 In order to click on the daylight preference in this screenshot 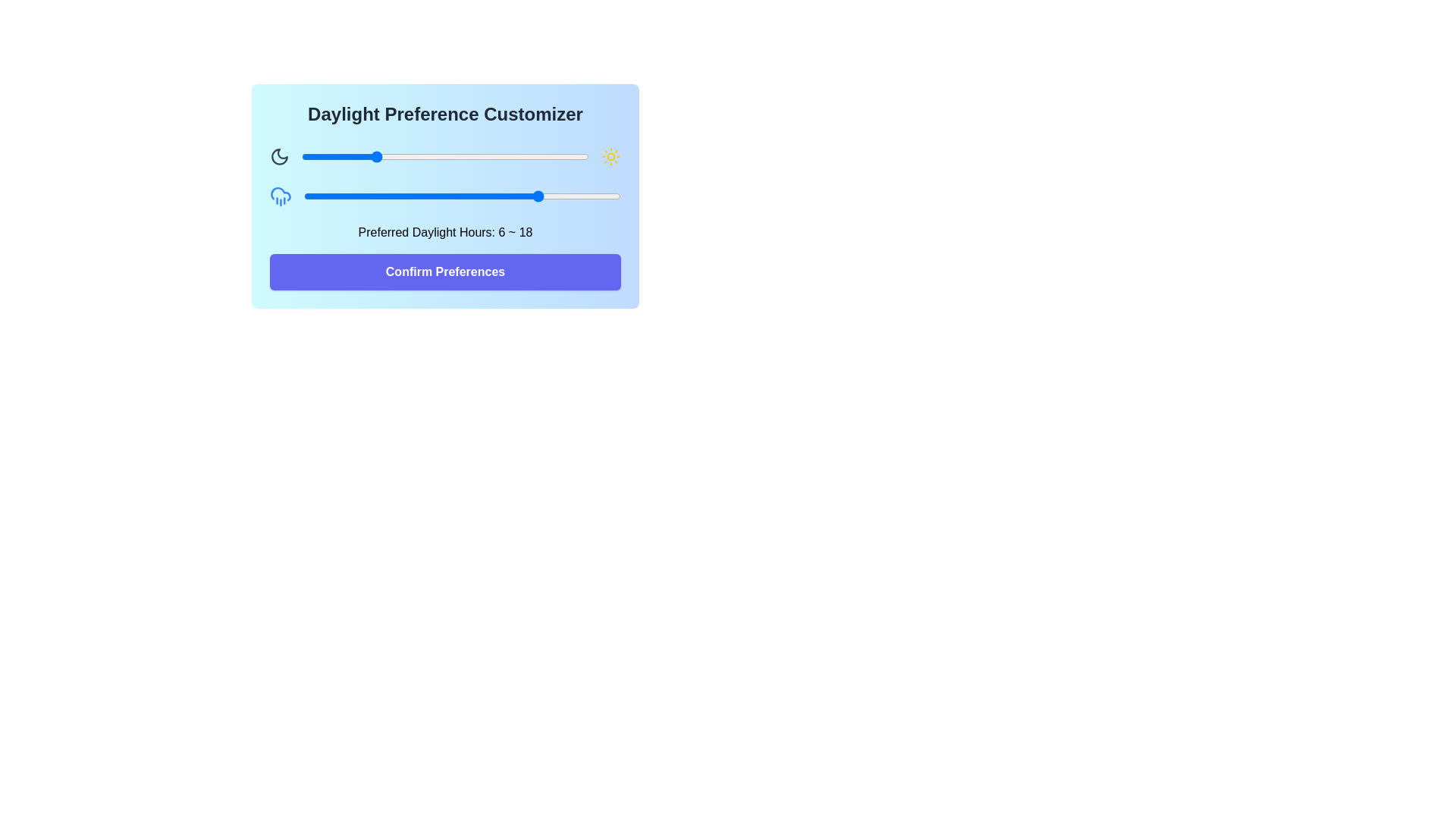, I will do `click(302, 157)`.